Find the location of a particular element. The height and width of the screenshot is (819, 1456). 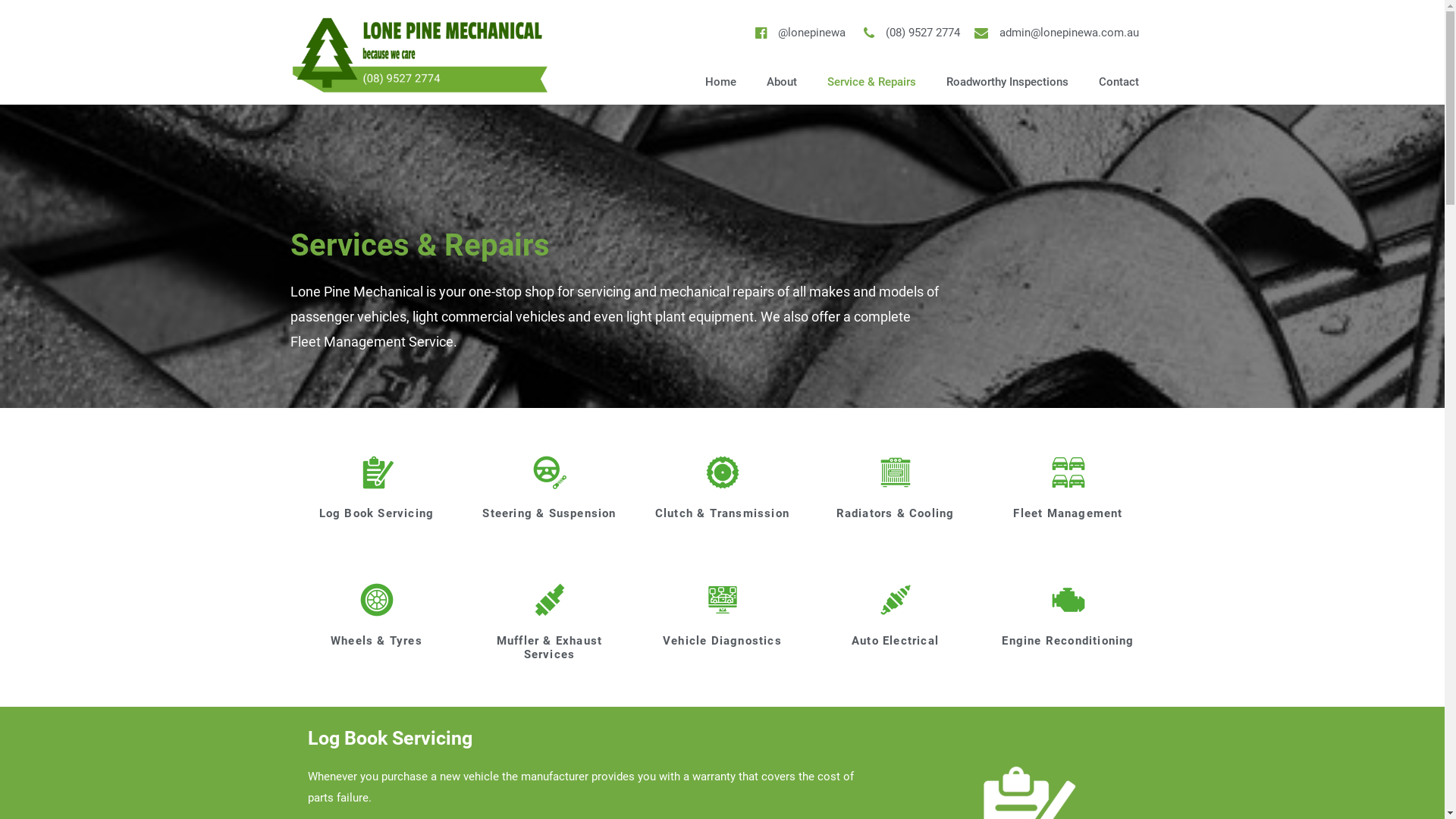

'fleet' is located at coordinates (1068, 472).